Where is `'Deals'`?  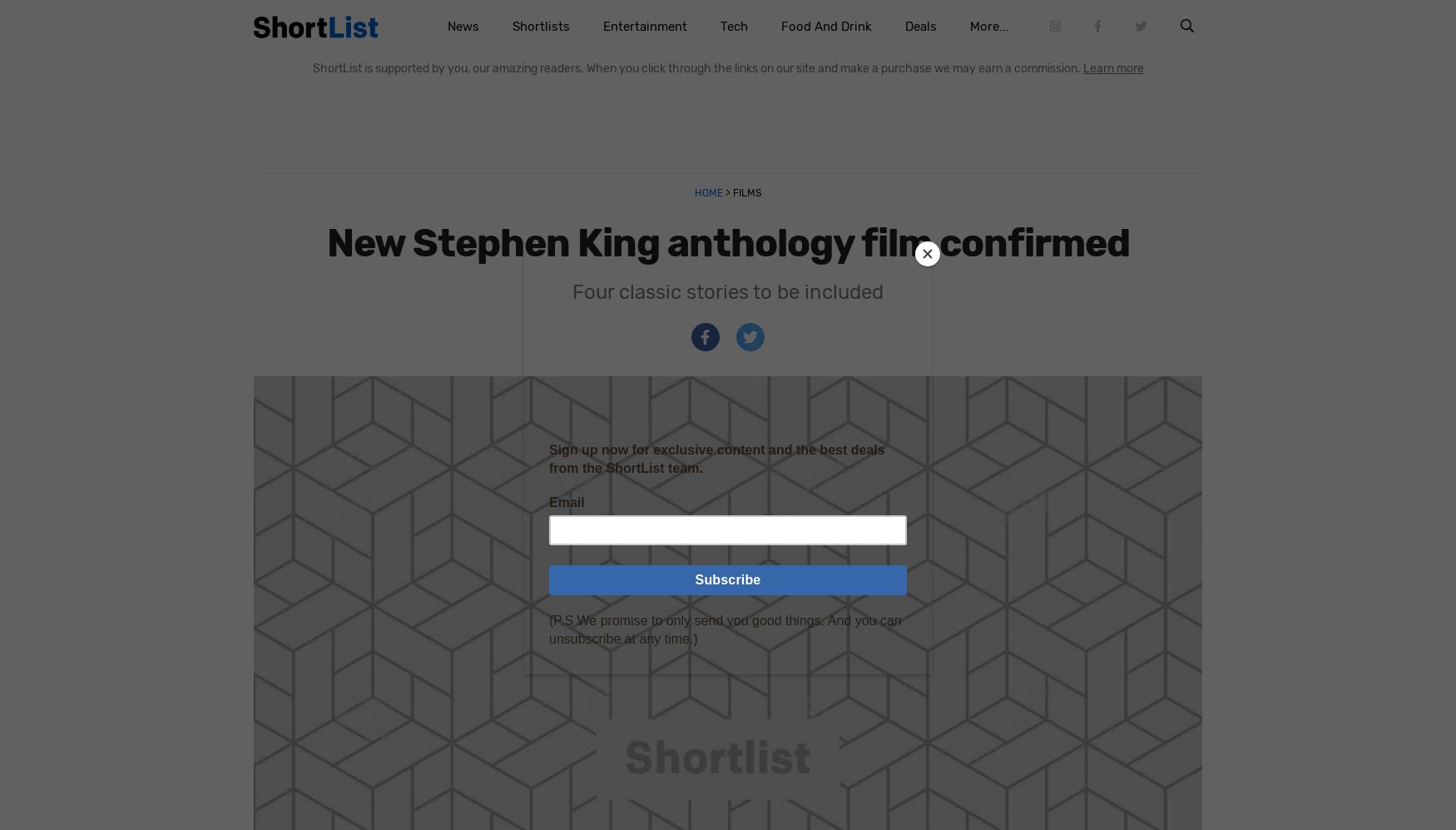 'Deals' is located at coordinates (904, 27).